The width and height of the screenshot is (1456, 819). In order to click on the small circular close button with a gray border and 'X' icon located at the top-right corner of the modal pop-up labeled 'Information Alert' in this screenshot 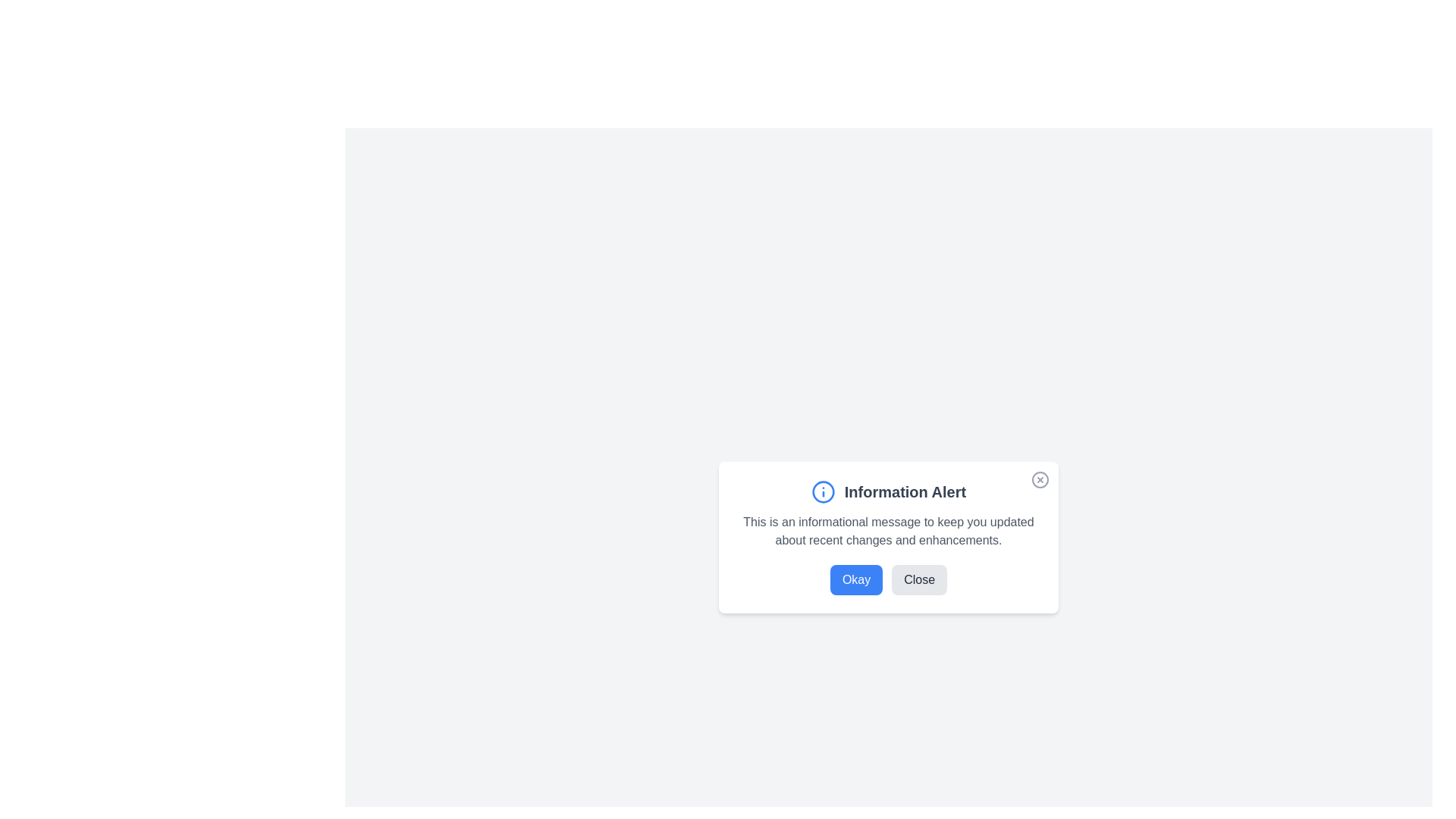, I will do `click(1040, 482)`.